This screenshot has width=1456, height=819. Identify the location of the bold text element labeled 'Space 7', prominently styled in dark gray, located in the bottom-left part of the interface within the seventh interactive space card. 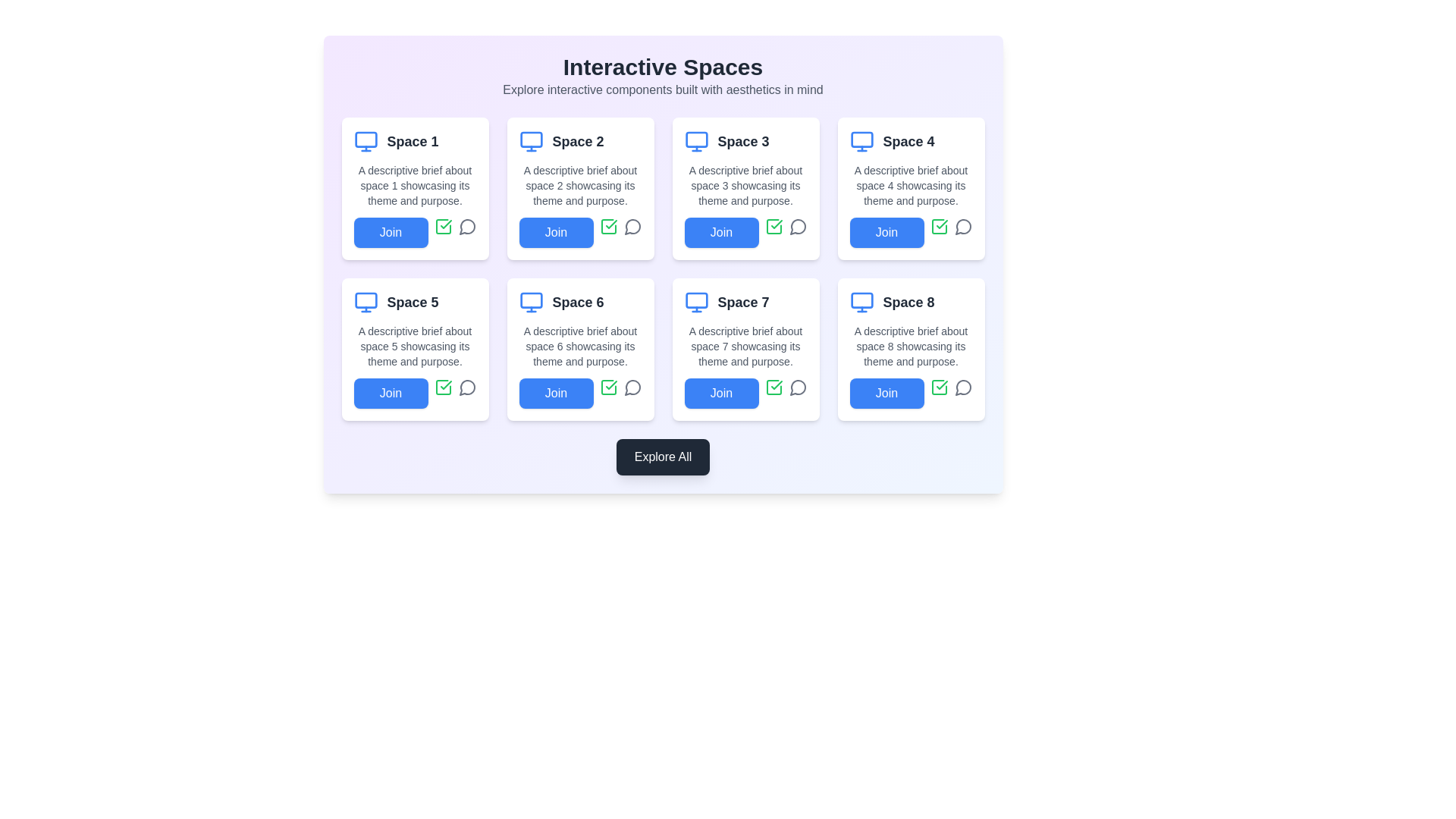
(743, 302).